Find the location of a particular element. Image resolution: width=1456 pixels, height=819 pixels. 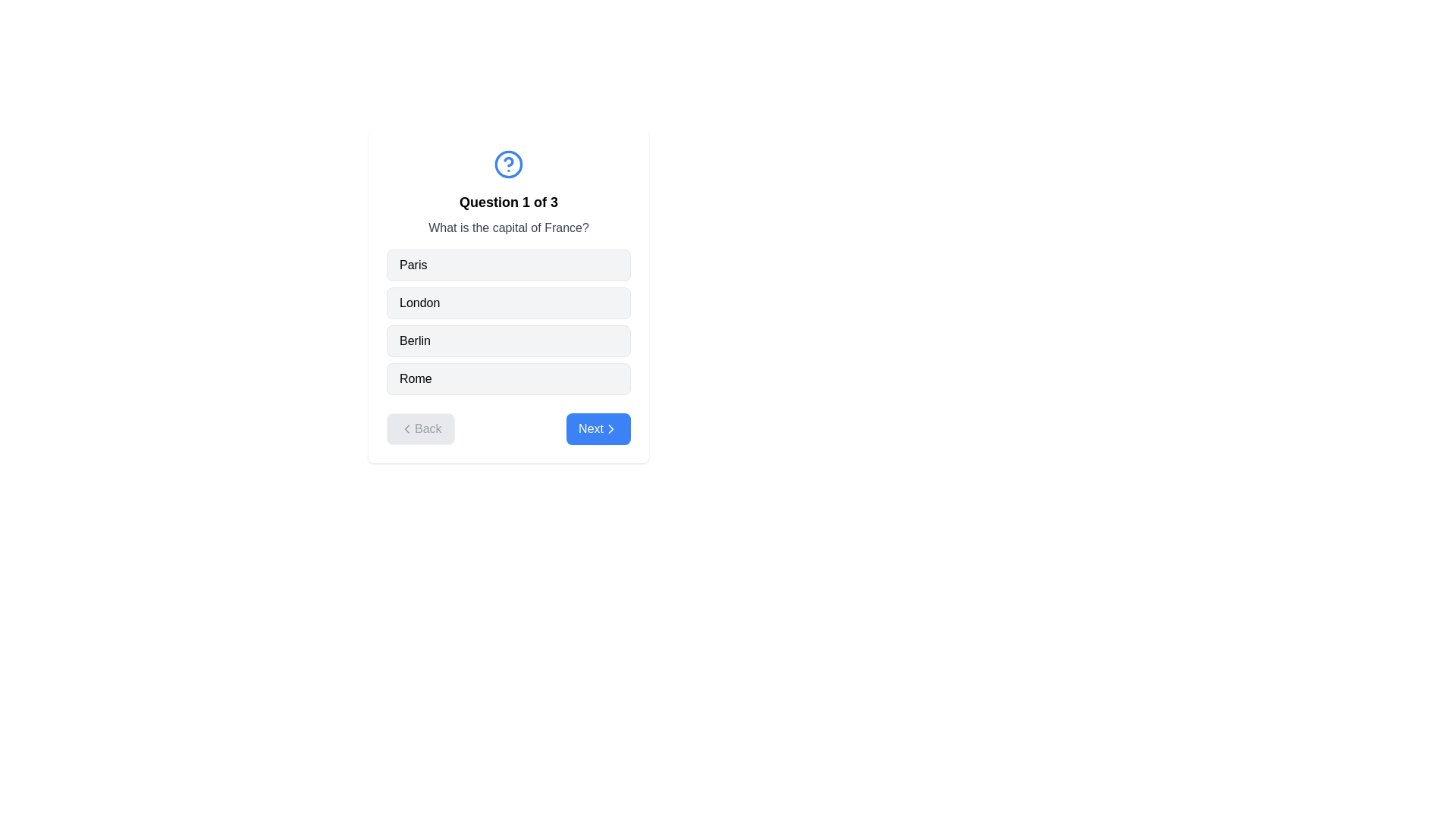

the 'Next' button with a blue background and white text, located at the bottom right corner of the 'Question 1 of 3' section is located at coordinates (598, 429).